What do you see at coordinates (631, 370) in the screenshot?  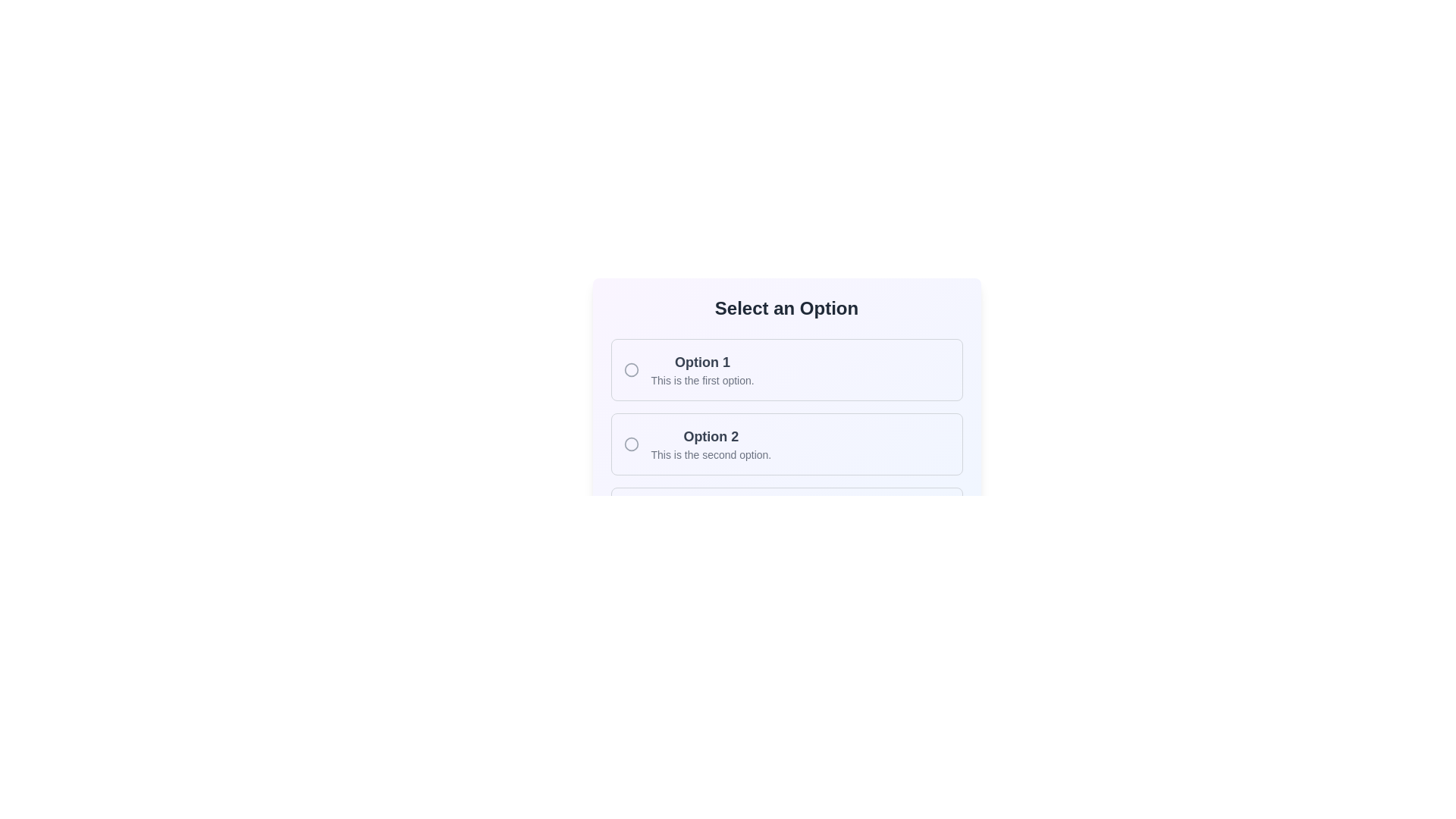 I see `the circular icon with a gray outline positioned to the left of the label 'Option 1'` at bounding box center [631, 370].